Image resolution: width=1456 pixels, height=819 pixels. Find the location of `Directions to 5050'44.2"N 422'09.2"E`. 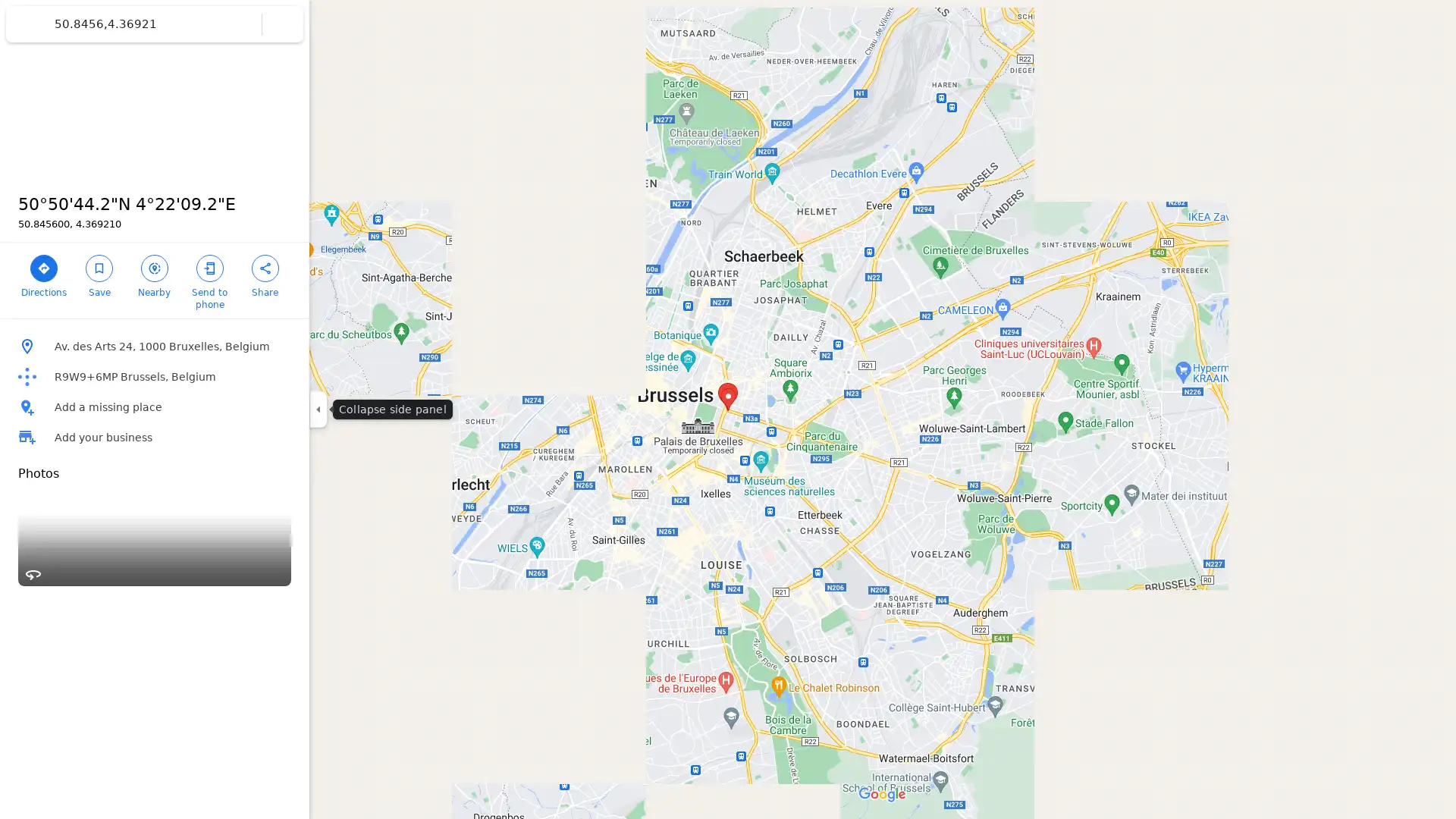

Directions to 5050'44.2"N 422'09.2"E is located at coordinates (43, 275).